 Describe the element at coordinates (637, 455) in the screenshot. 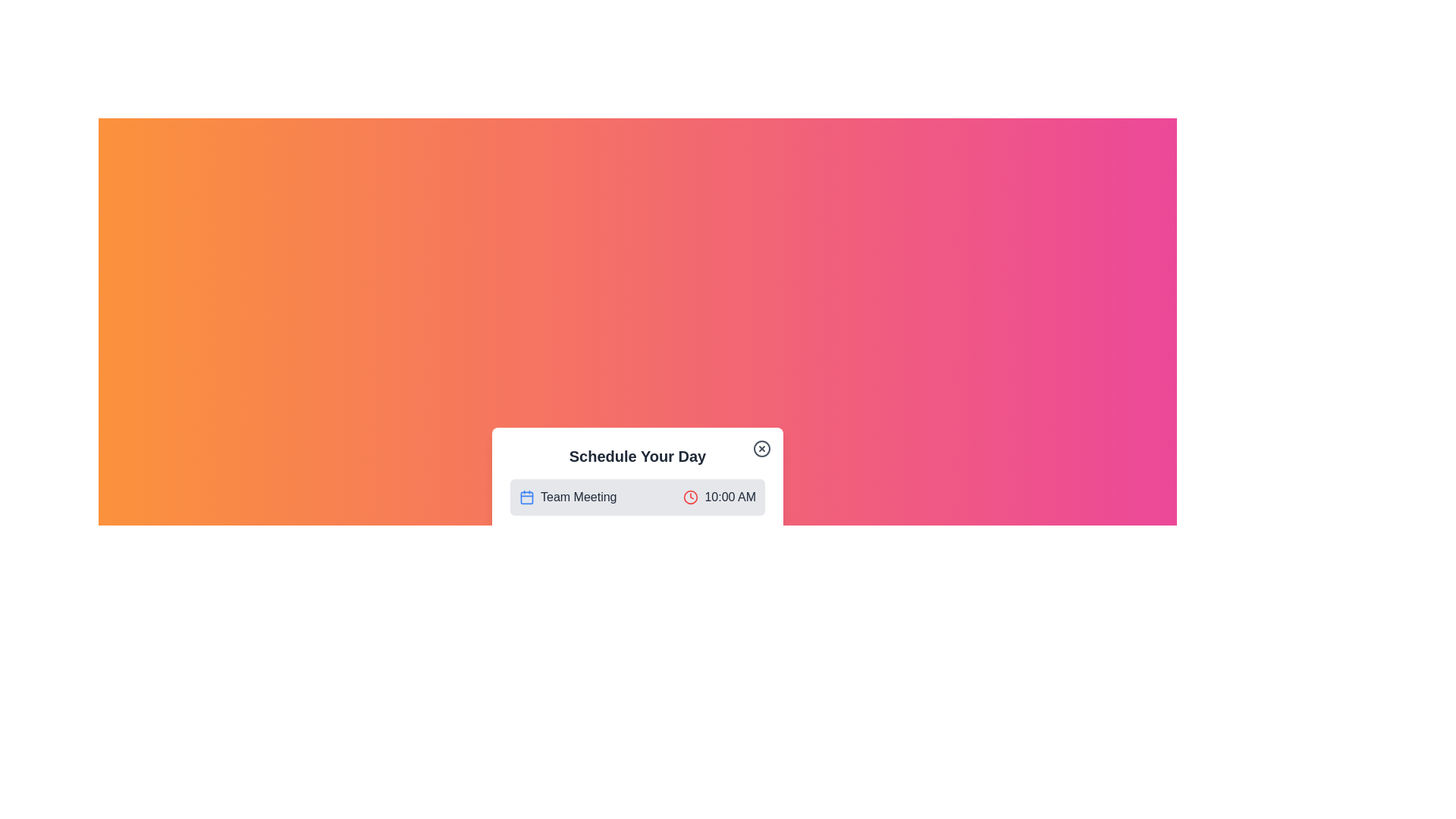

I see `the bold and large text label heading that reads 'Schedule Your Day', which is prominently positioned at the top of a card layout with a white background, rounded corners, and a shadow effect` at that location.